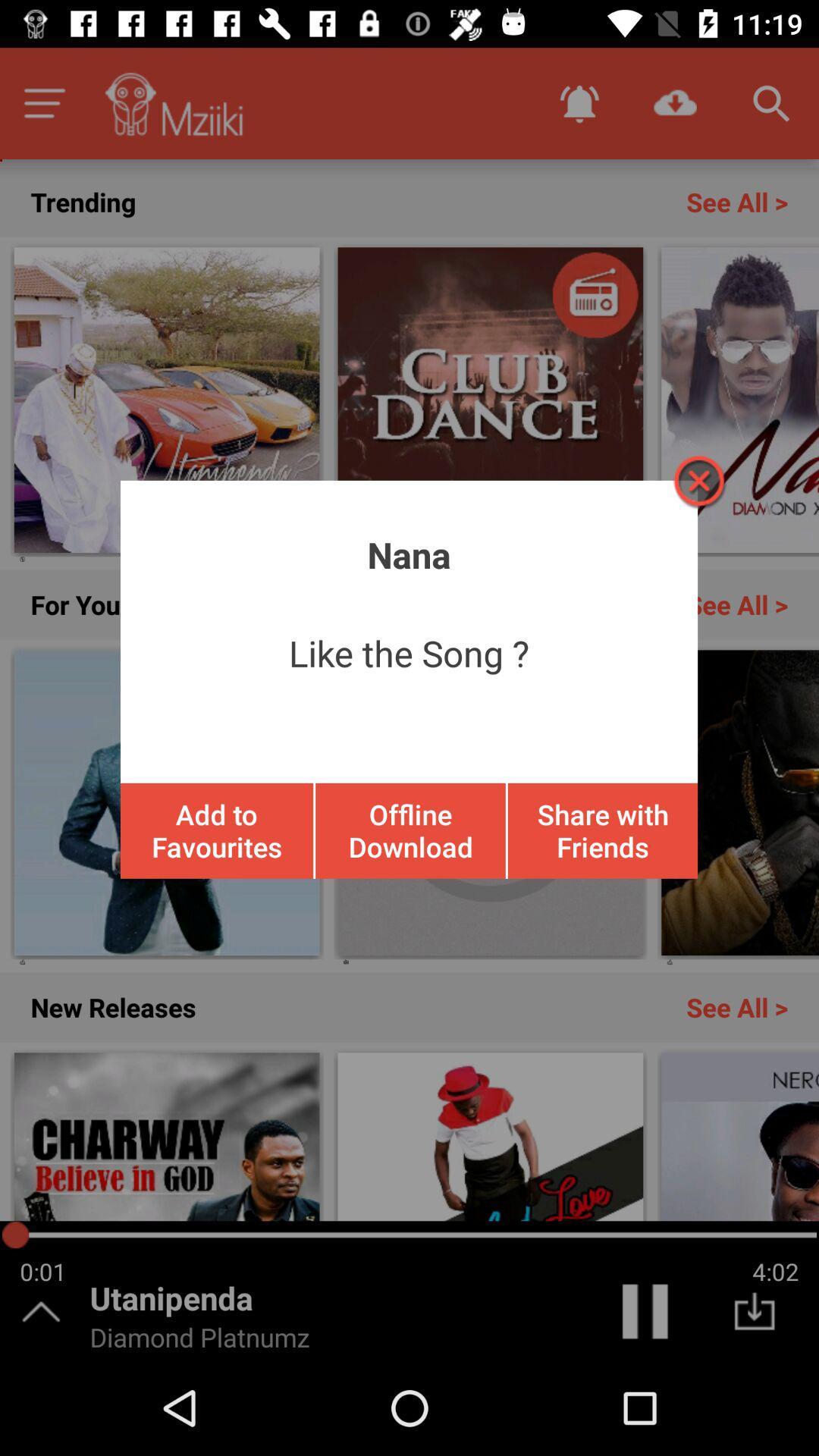 The width and height of the screenshot is (819, 1456). I want to click on offline download, so click(410, 830).